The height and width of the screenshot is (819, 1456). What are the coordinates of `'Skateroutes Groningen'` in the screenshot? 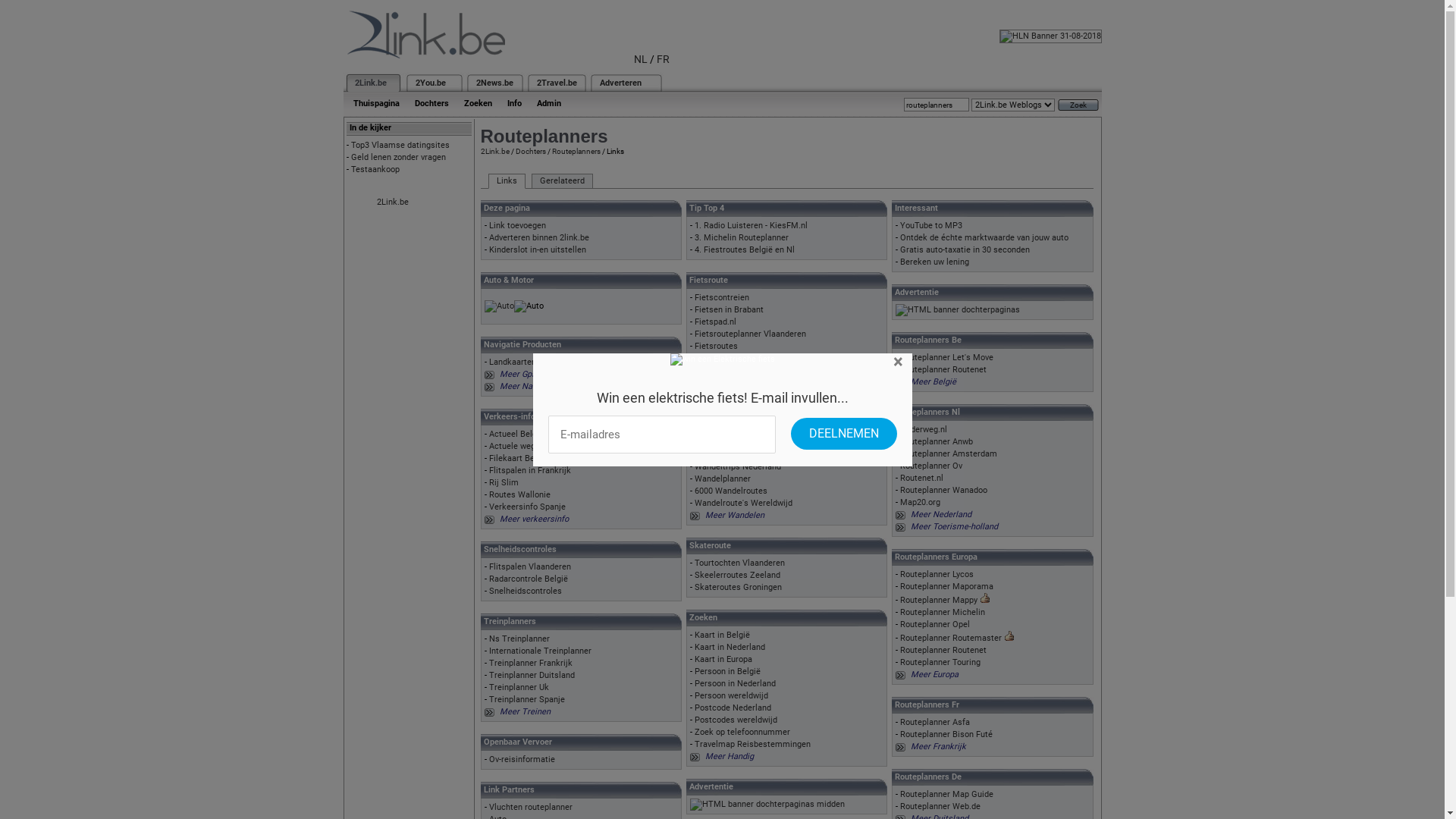 It's located at (738, 586).